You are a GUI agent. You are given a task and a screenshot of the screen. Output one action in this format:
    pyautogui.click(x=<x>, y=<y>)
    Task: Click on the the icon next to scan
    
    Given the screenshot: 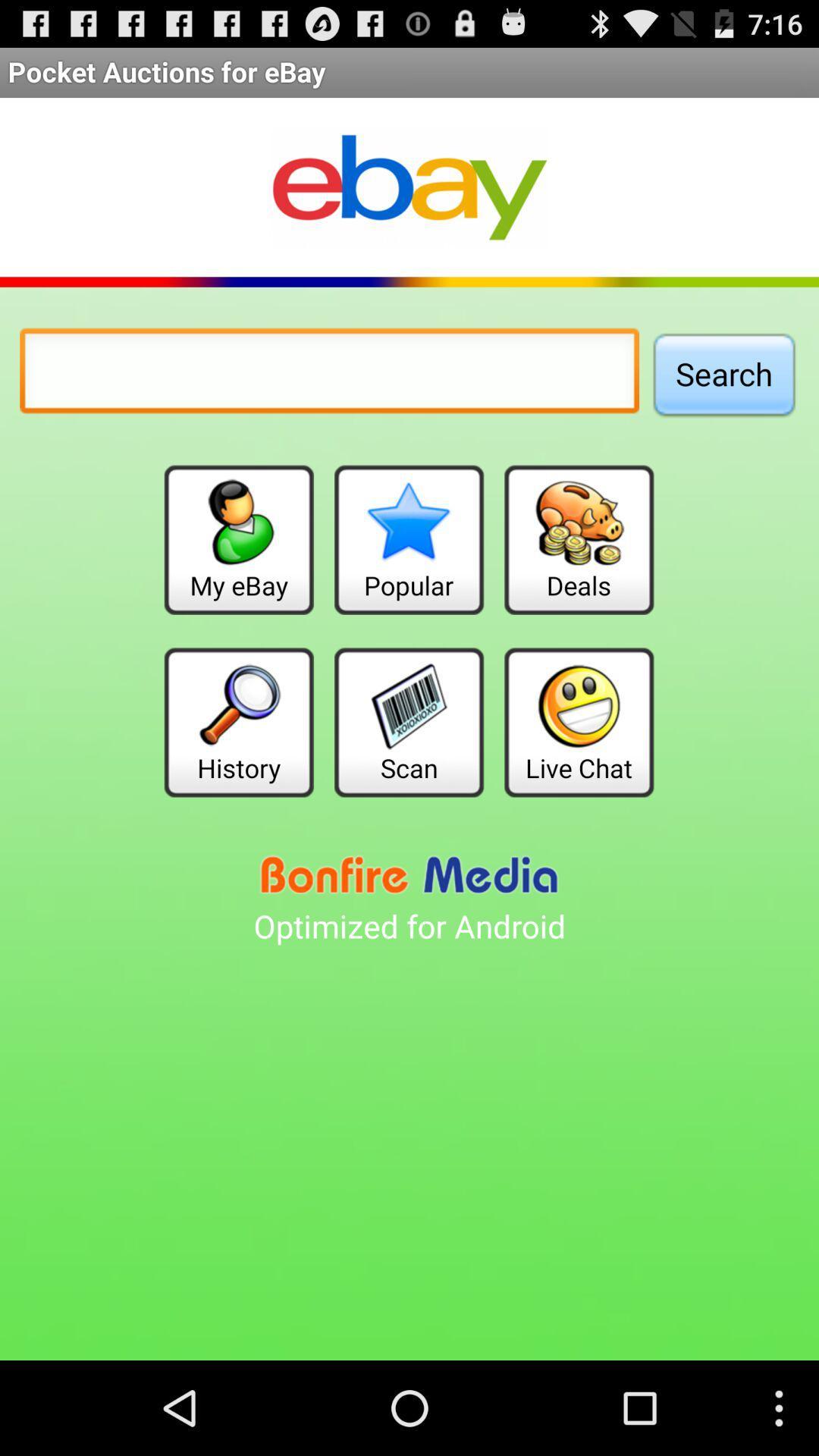 What is the action you would take?
    pyautogui.click(x=239, y=721)
    